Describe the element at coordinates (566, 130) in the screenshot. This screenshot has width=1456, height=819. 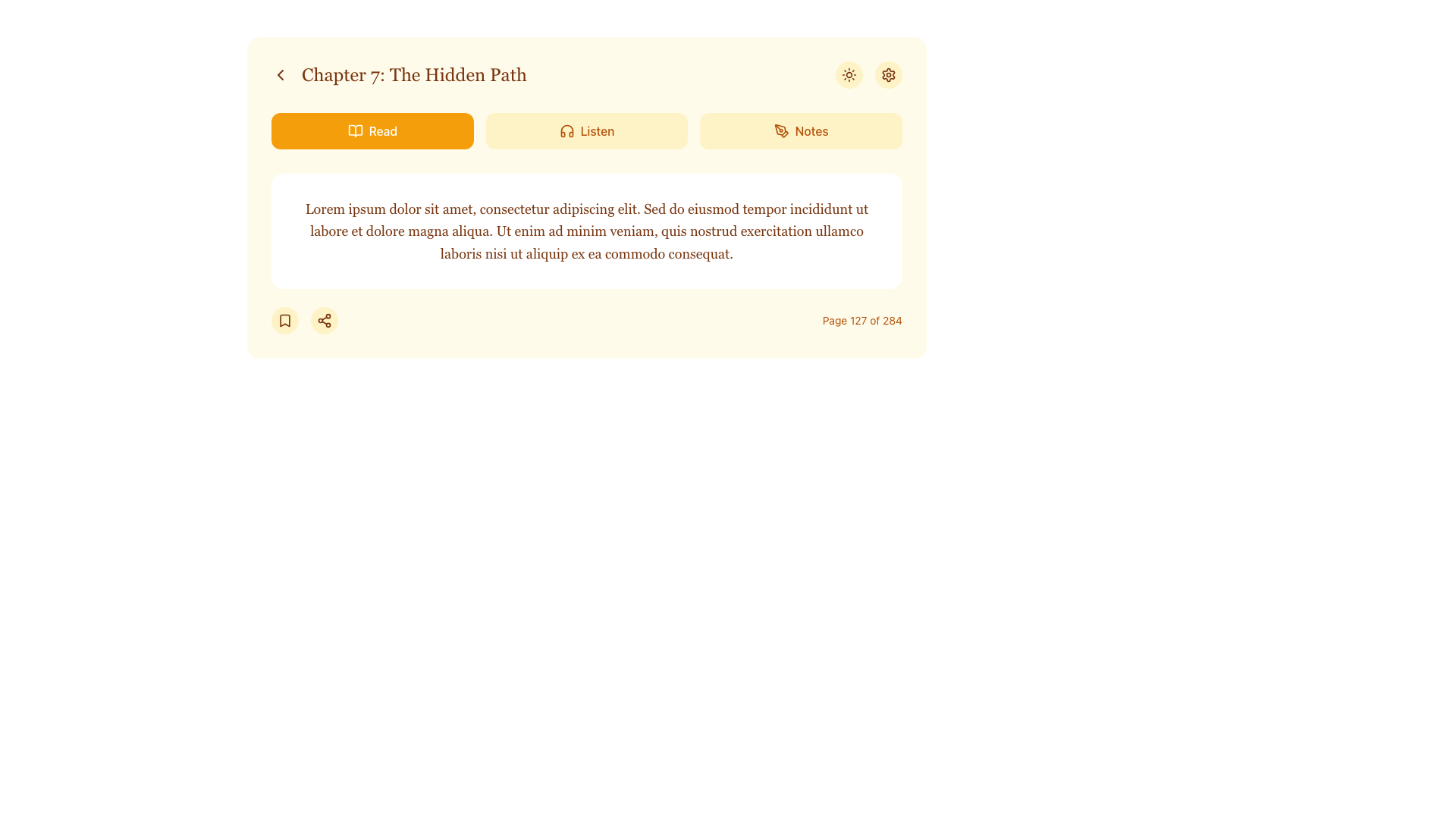
I see `the 'Listen' icon located in the top control bar of the interface, which serves as a graphical representation for an auditory-related action` at that location.